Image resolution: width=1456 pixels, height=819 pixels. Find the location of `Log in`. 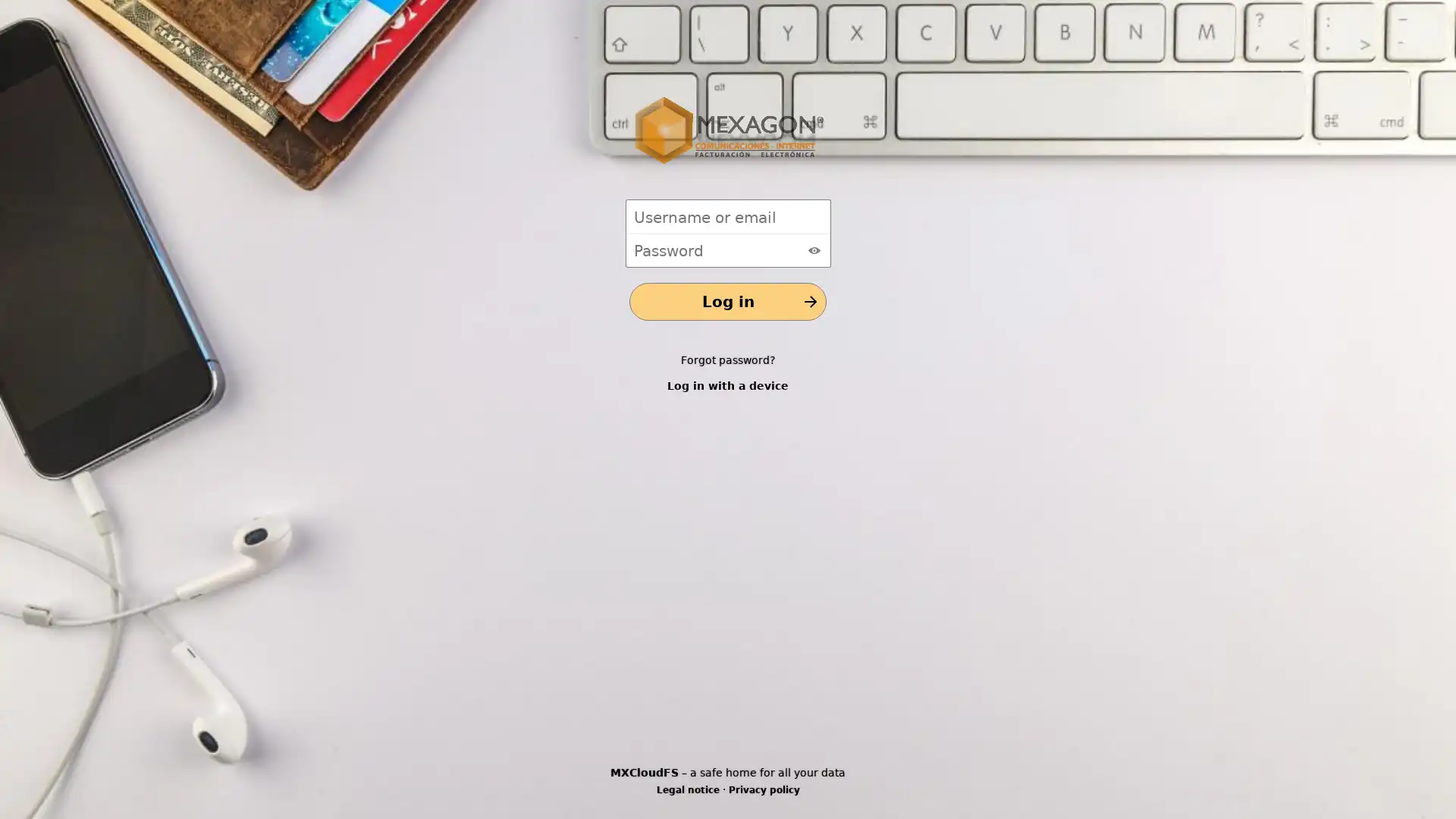

Log in is located at coordinates (728, 301).